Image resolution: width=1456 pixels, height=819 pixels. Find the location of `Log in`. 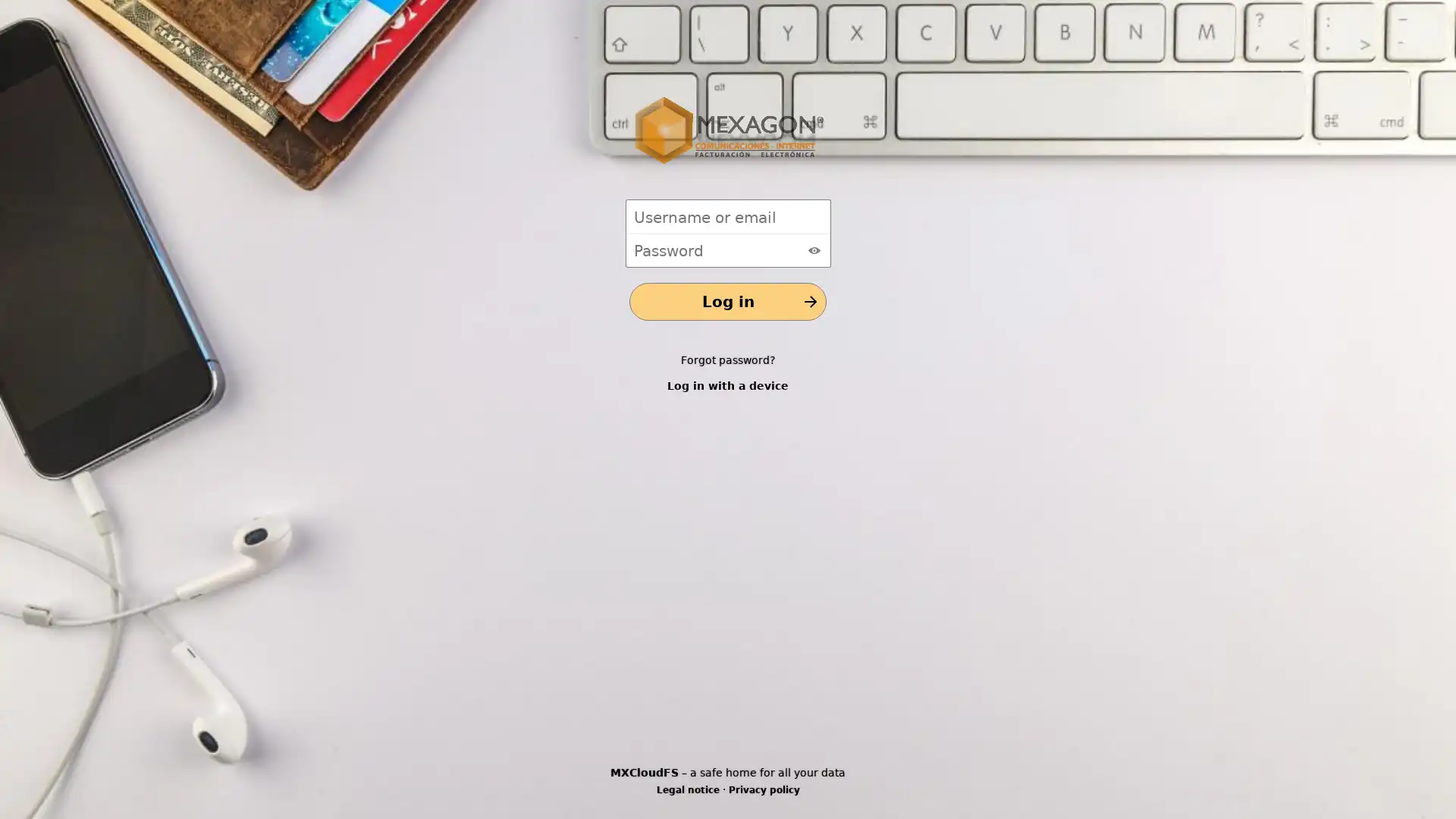

Log in is located at coordinates (728, 301).